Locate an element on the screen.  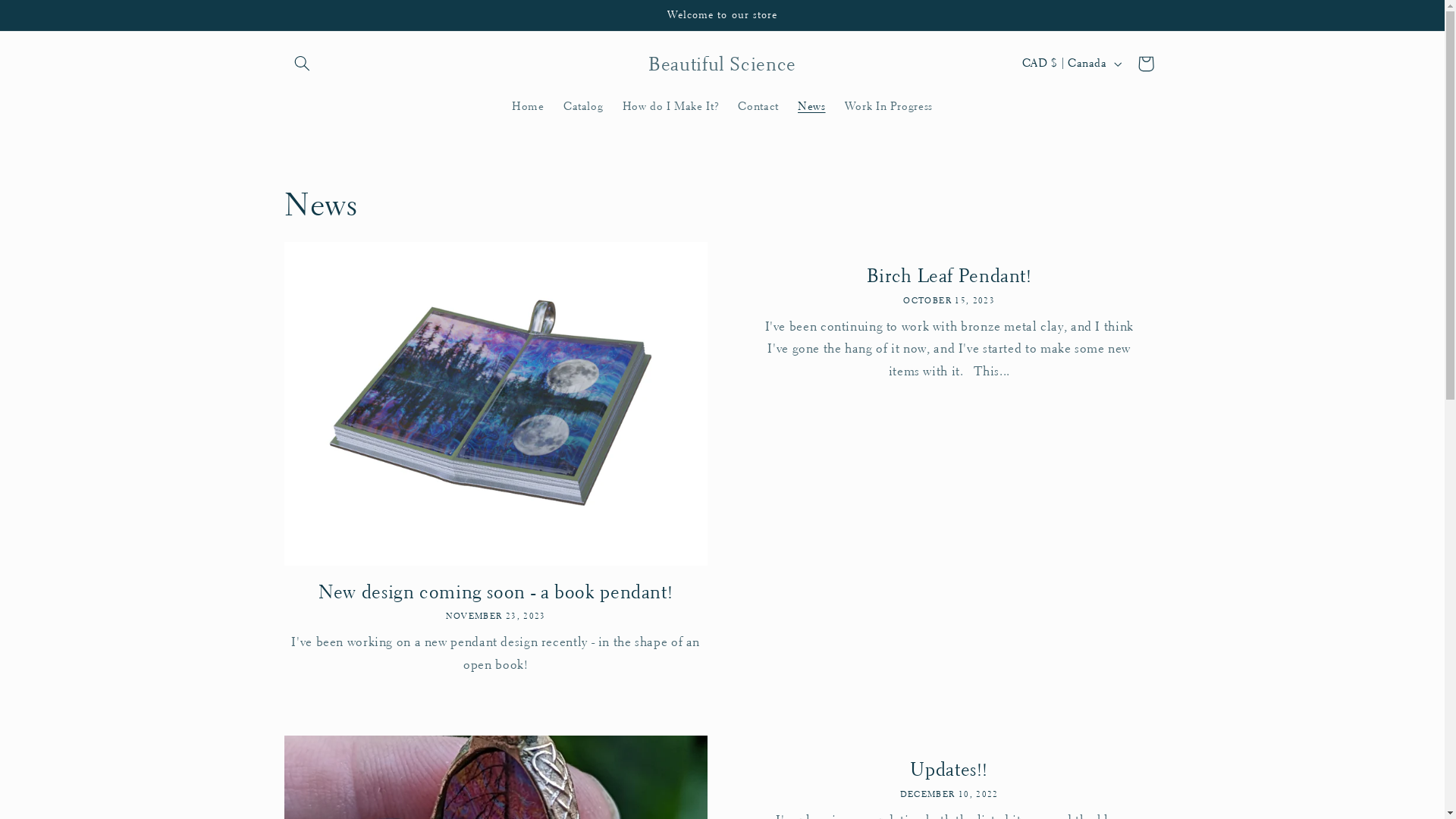
'Home' is located at coordinates (528, 105).